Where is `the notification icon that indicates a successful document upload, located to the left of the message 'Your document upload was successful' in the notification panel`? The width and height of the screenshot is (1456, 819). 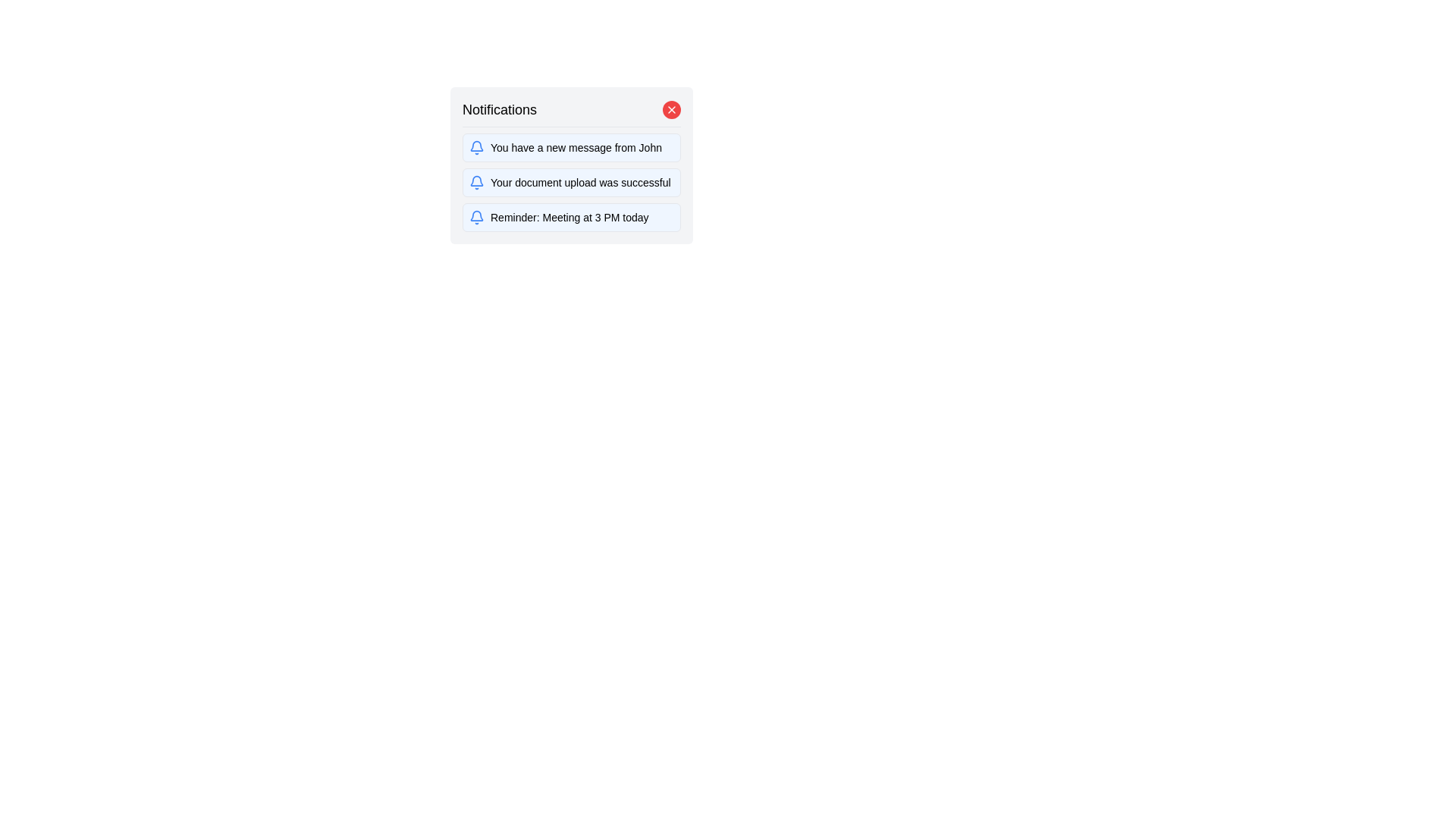
the notification icon that indicates a successful document upload, located to the left of the message 'Your document upload was successful' in the notification panel is located at coordinates (475, 181).